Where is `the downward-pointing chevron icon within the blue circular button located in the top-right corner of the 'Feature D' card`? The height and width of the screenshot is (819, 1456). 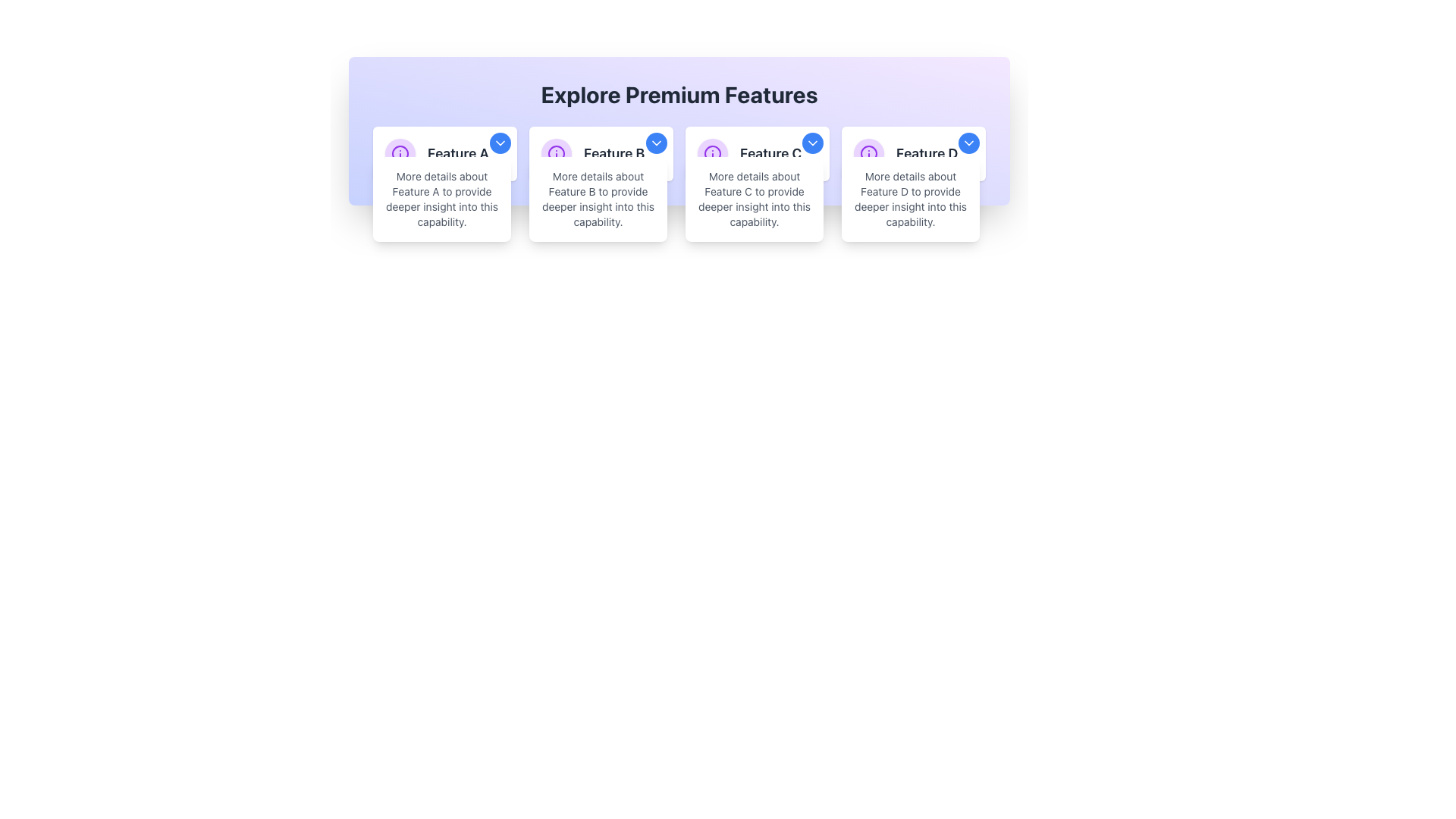 the downward-pointing chevron icon within the blue circular button located in the top-right corner of the 'Feature D' card is located at coordinates (968, 143).